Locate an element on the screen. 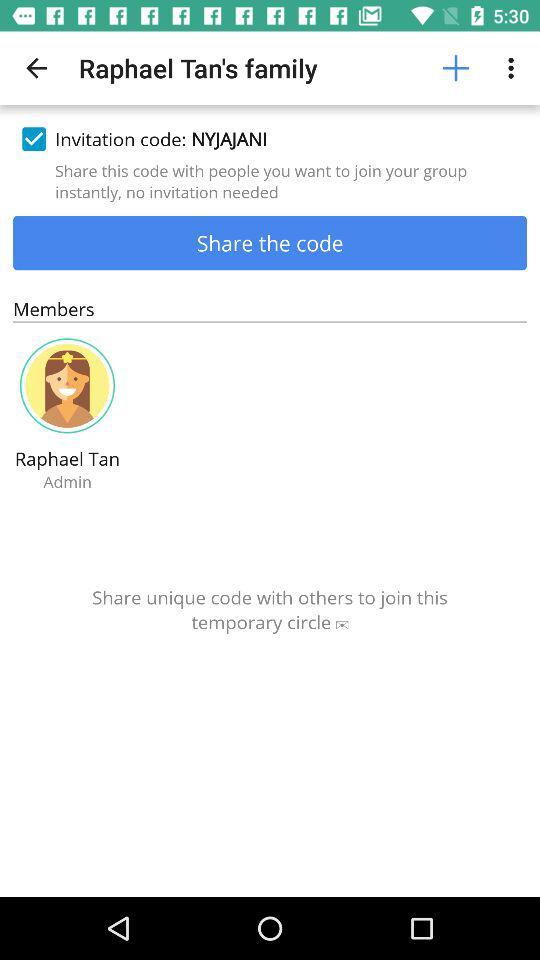 Image resolution: width=540 pixels, height=960 pixels. item above the invitation code: nyjajani item is located at coordinates (455, 68).